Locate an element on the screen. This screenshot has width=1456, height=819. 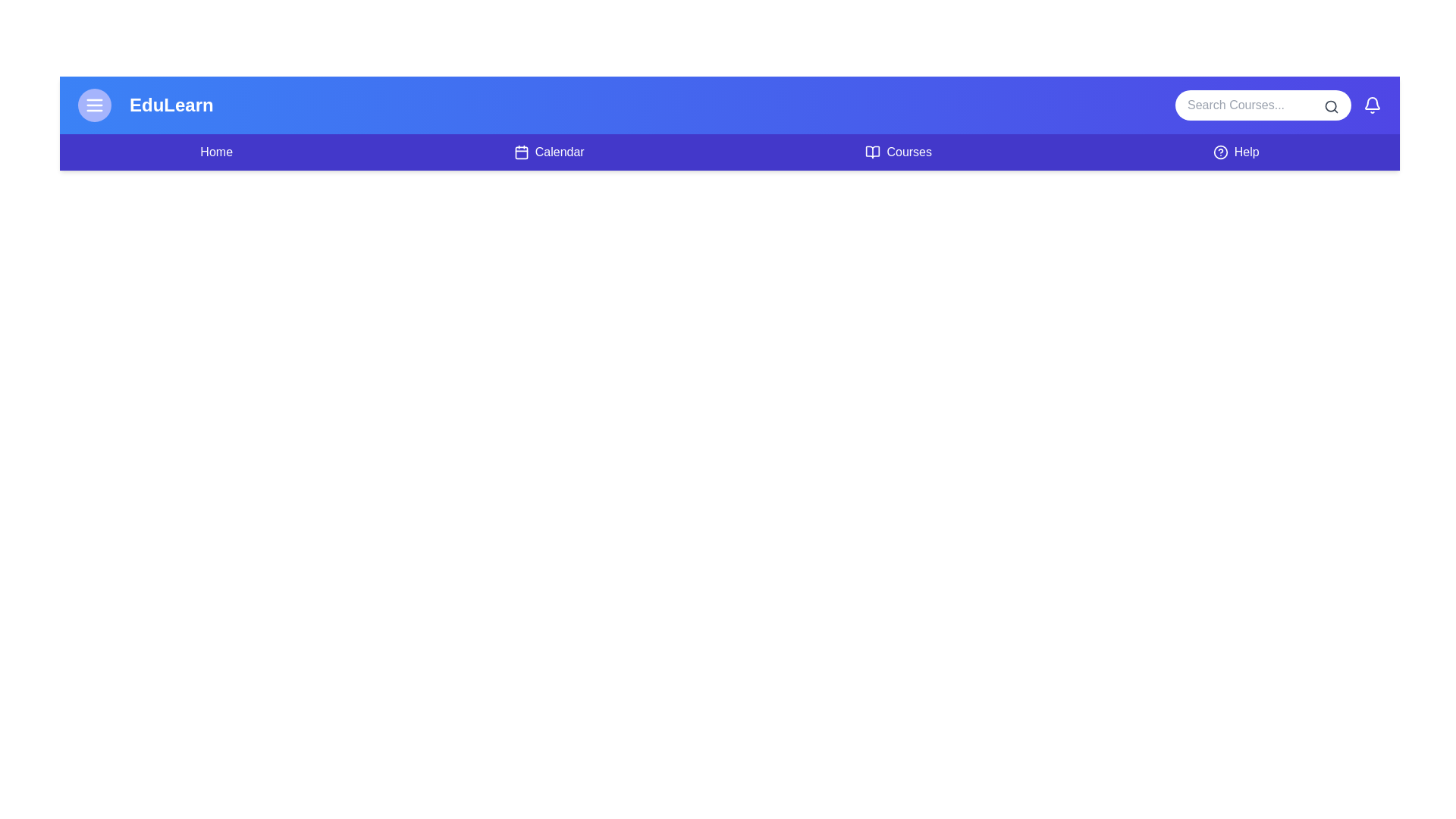
the navigation link for Courses to navigate to the corresponding section is located at coordinates (899, 152).